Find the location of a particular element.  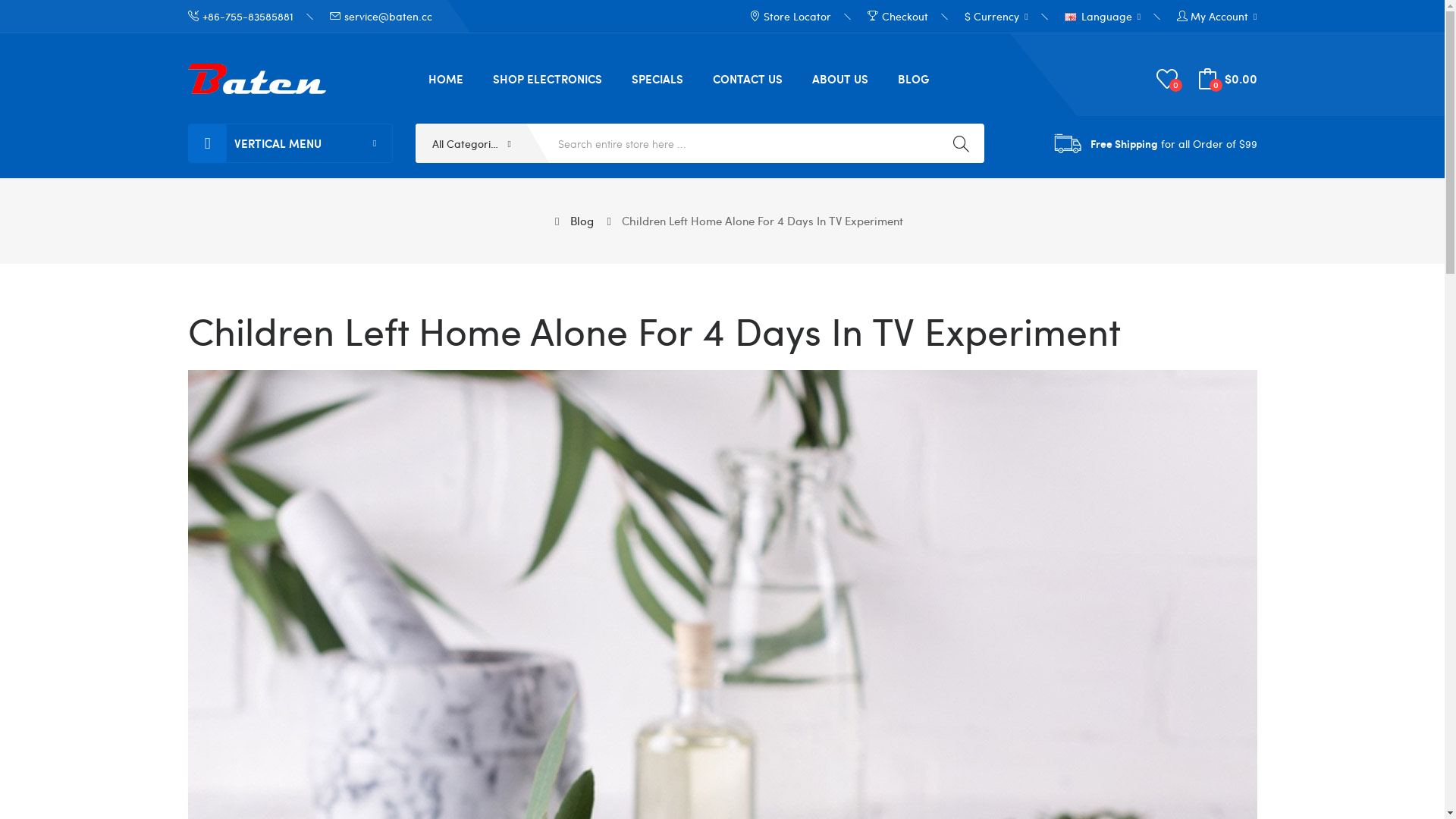

'SPECIALS' is located at coordinates (657, 78).